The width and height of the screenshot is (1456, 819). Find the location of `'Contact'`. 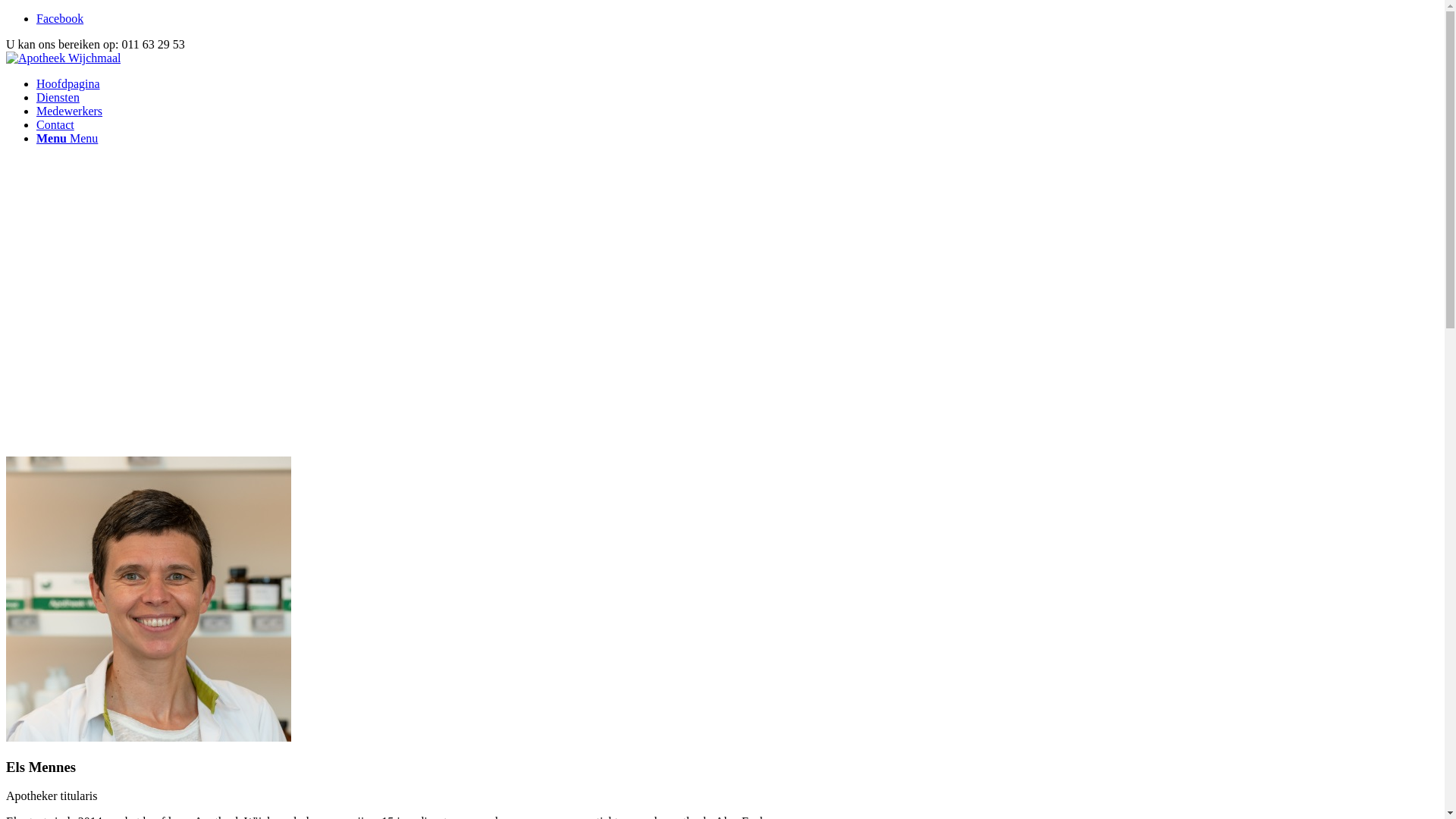

'Contact' is located at coordinates (55, 124).